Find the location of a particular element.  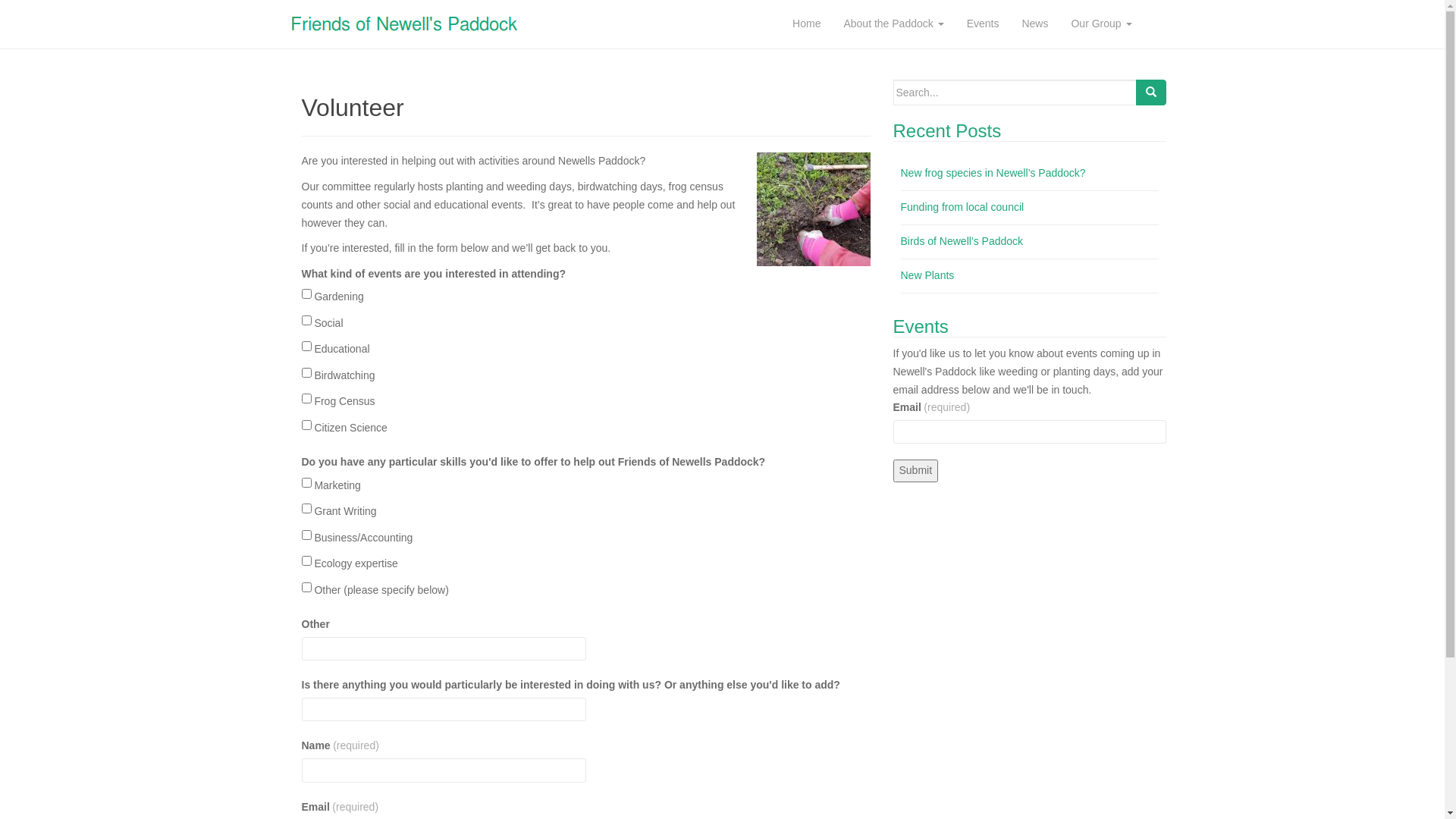

'Funding from local council' is located at coordinates (962, 207).